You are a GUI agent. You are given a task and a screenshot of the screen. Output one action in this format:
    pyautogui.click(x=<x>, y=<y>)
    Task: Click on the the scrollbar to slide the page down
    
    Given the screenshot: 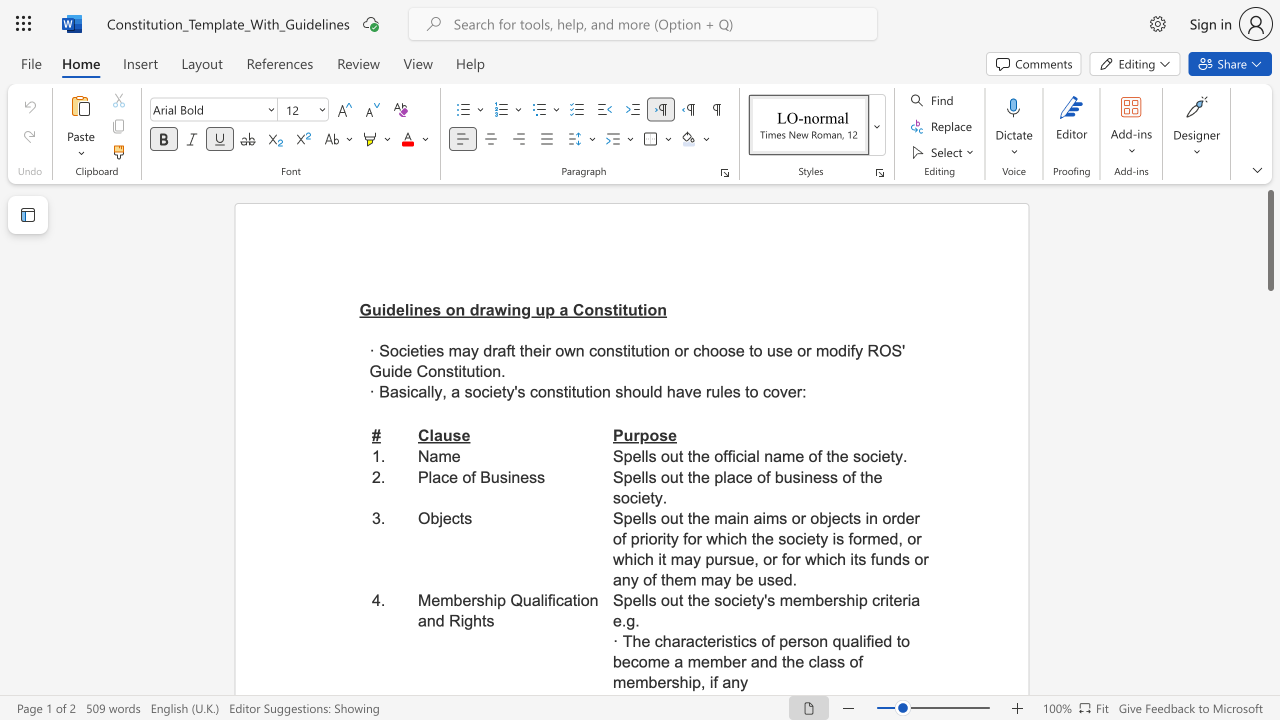 What is the action you would take?
    pyautogui.click(x=1269, y=528)
    